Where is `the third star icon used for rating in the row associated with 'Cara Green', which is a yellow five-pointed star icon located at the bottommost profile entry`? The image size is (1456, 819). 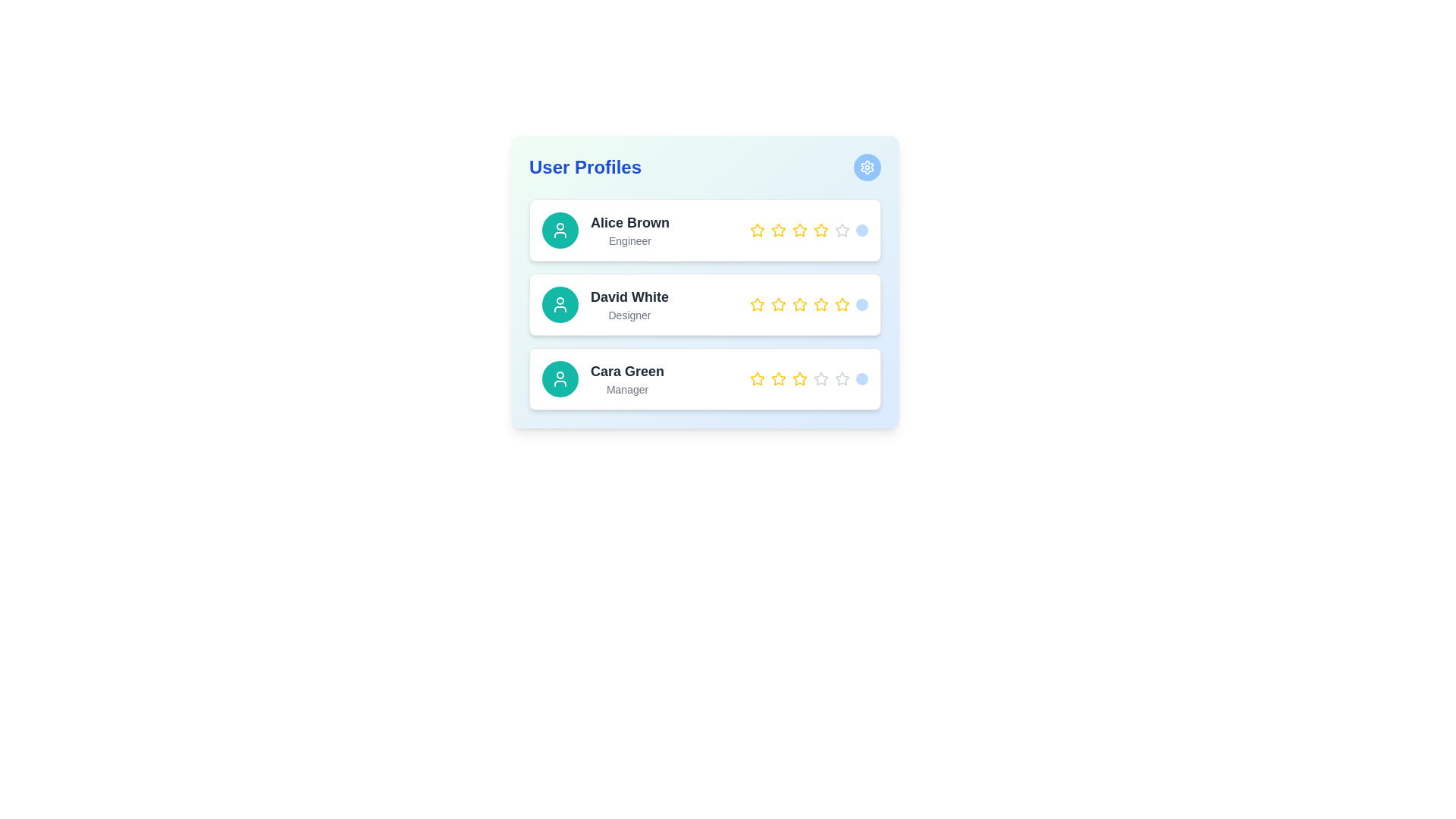 the third star icon used for rating in the row associated with 'Cara Green', which is a yellow five-pointed star icon located at the bottommost profile entry is located at coordinates (799, 378).